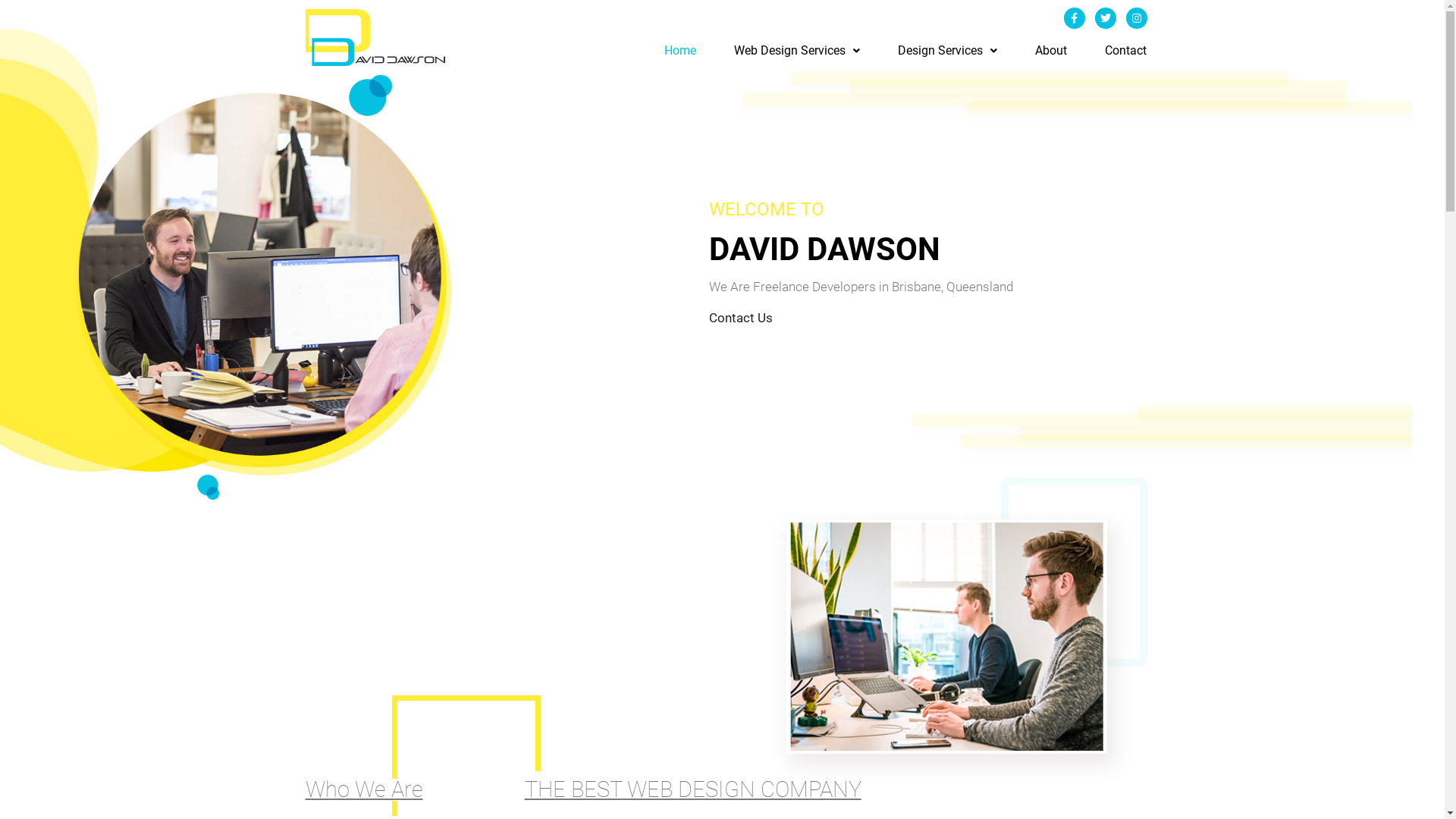 This screenshot has height=819, width=1456. I want to click on 'Home', so click(679, 49).